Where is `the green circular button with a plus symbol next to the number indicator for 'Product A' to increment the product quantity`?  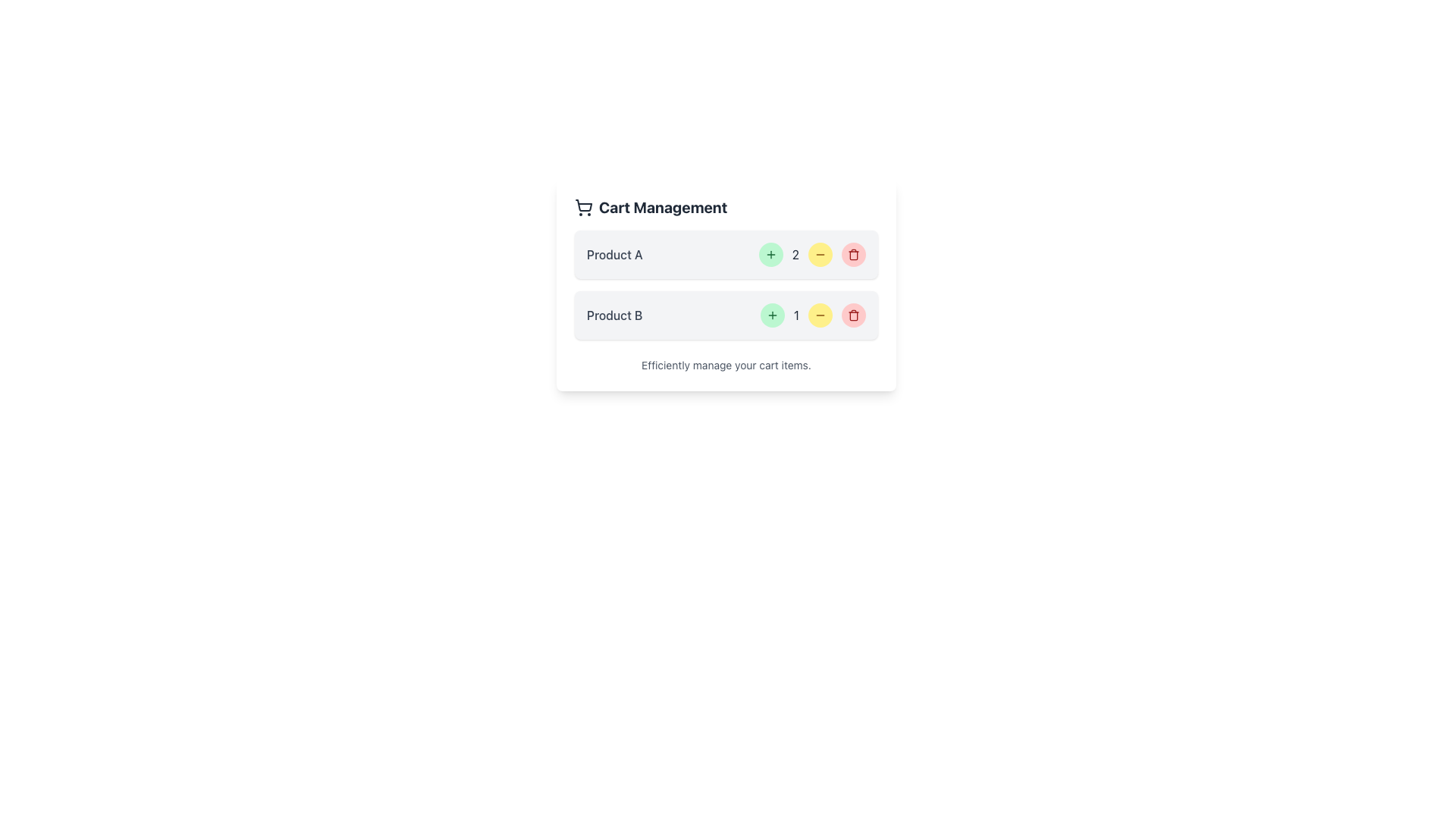 the green circular button with a plus symbol next to the number indicator for 'Product A' to increment the product quantity is located at coordinates (770, 253).